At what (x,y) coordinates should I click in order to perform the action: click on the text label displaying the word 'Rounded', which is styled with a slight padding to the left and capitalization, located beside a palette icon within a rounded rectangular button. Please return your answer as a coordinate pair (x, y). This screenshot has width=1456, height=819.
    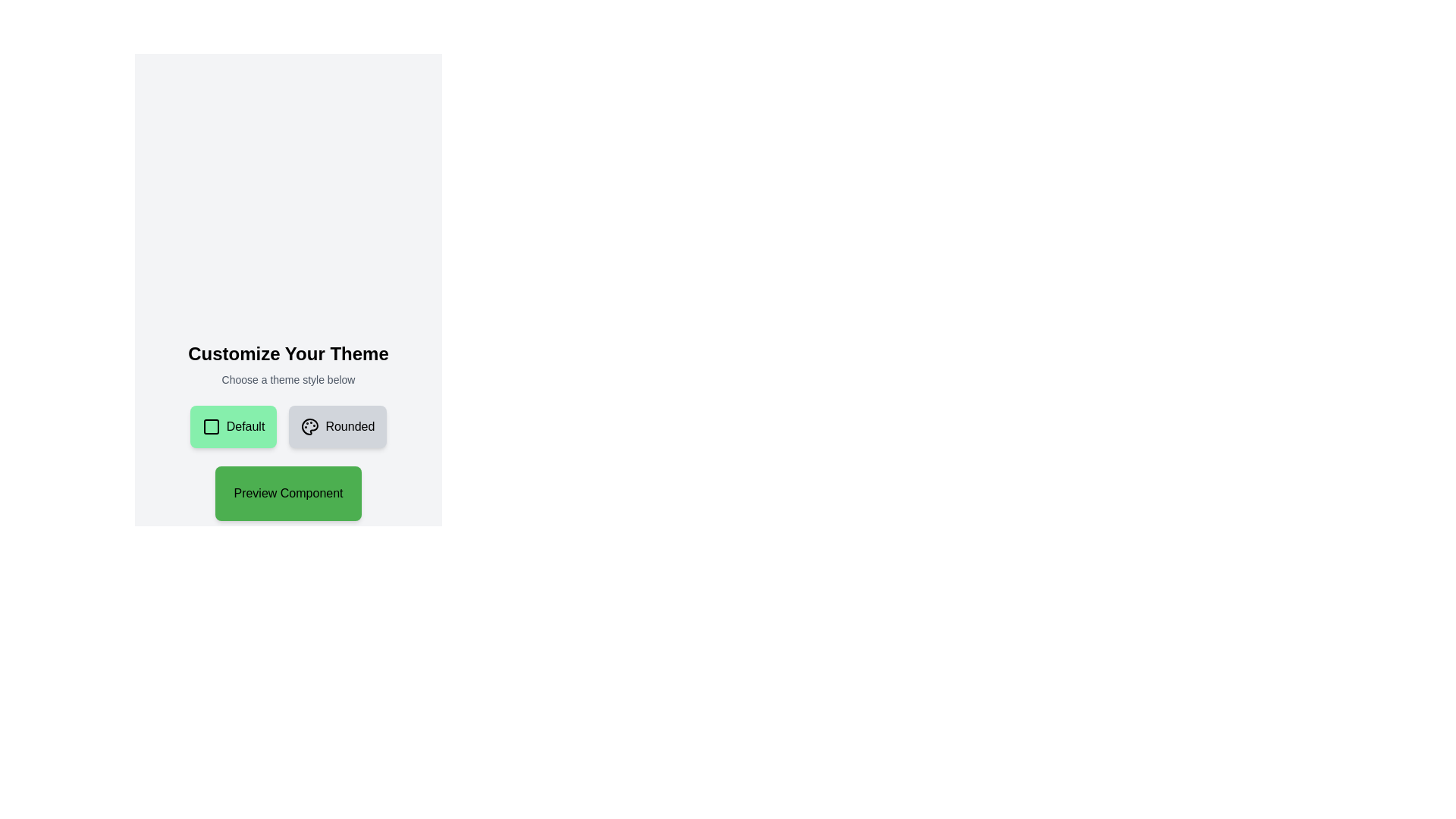
    Looking at the image, I should click on (349, 427).